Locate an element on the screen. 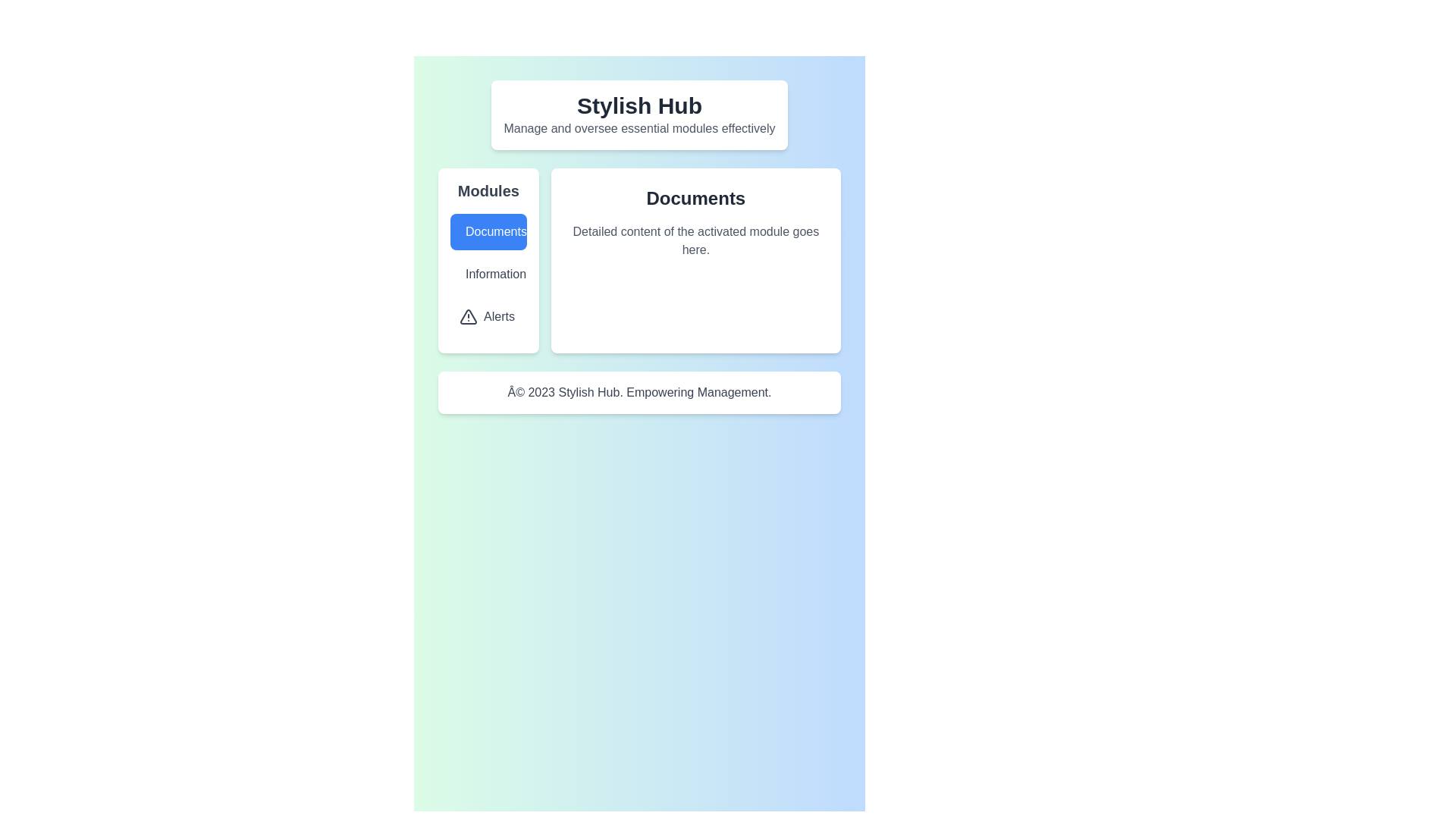  the 'Documents' navigation button located in the vertical menu on the left, positioned above 'Information' and 'Alerts' in the 'Modules' section to observe hover effects is located at coordinates (488, 231).